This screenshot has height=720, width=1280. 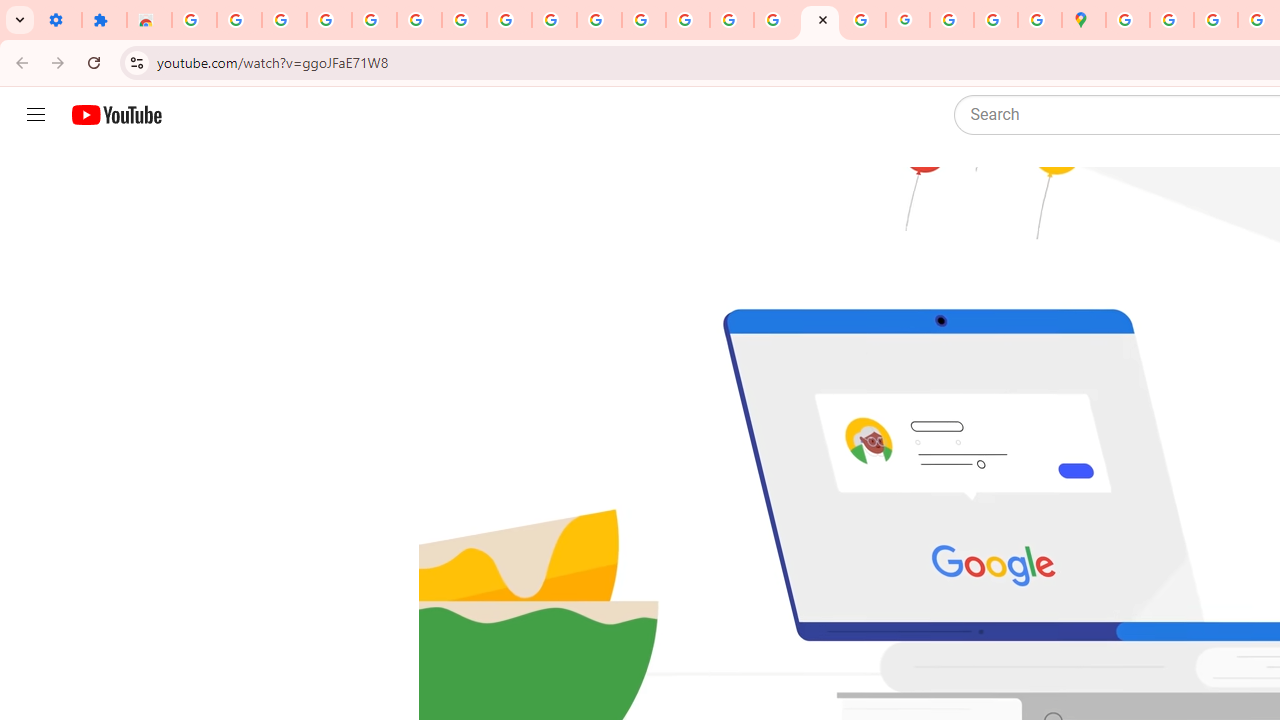 I want to click on 'Settings - On startup', so click(x=59, y=20).